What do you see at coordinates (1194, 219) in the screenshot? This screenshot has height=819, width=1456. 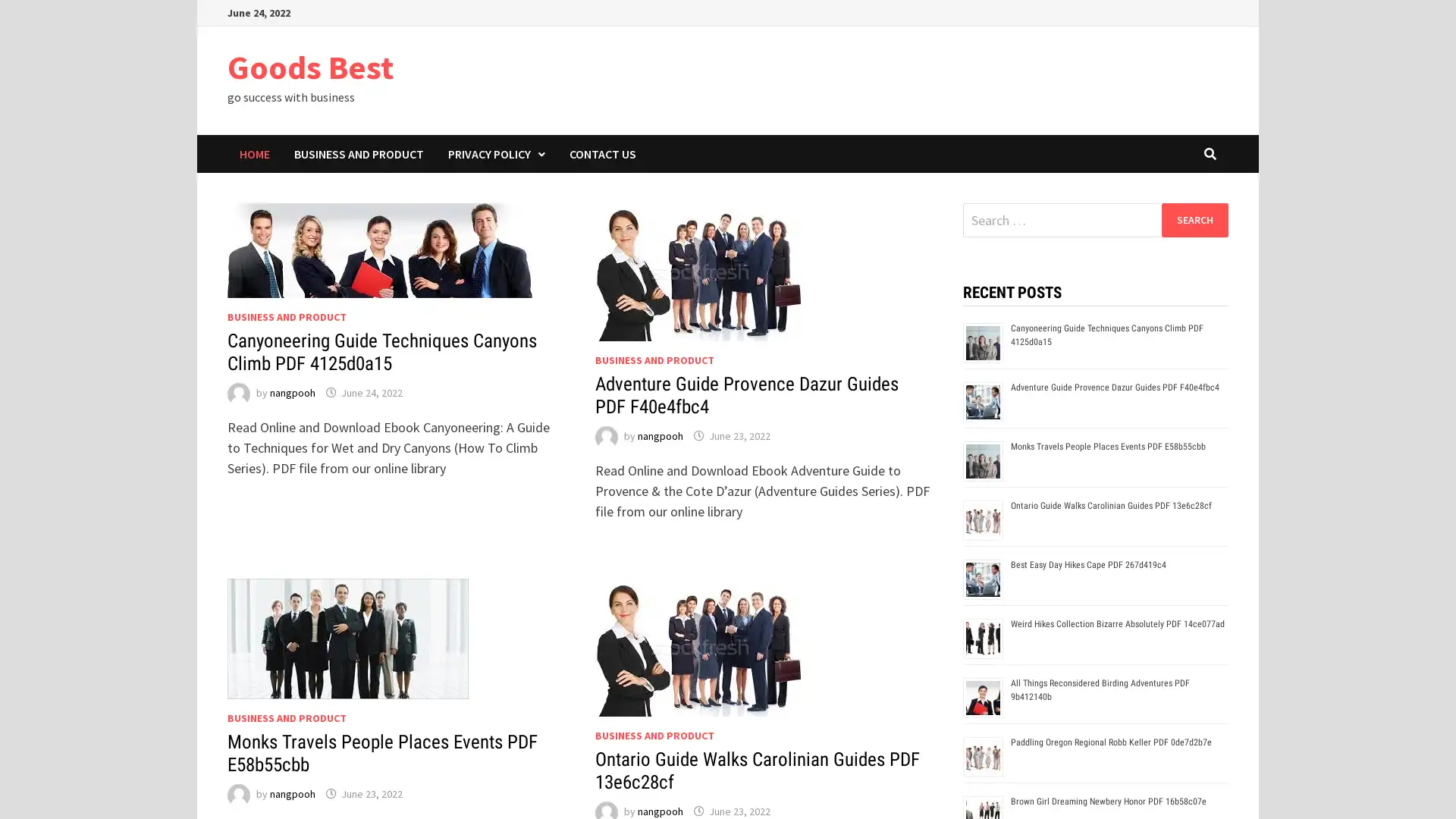 I see `Search` at bounding box center [1194, 219].